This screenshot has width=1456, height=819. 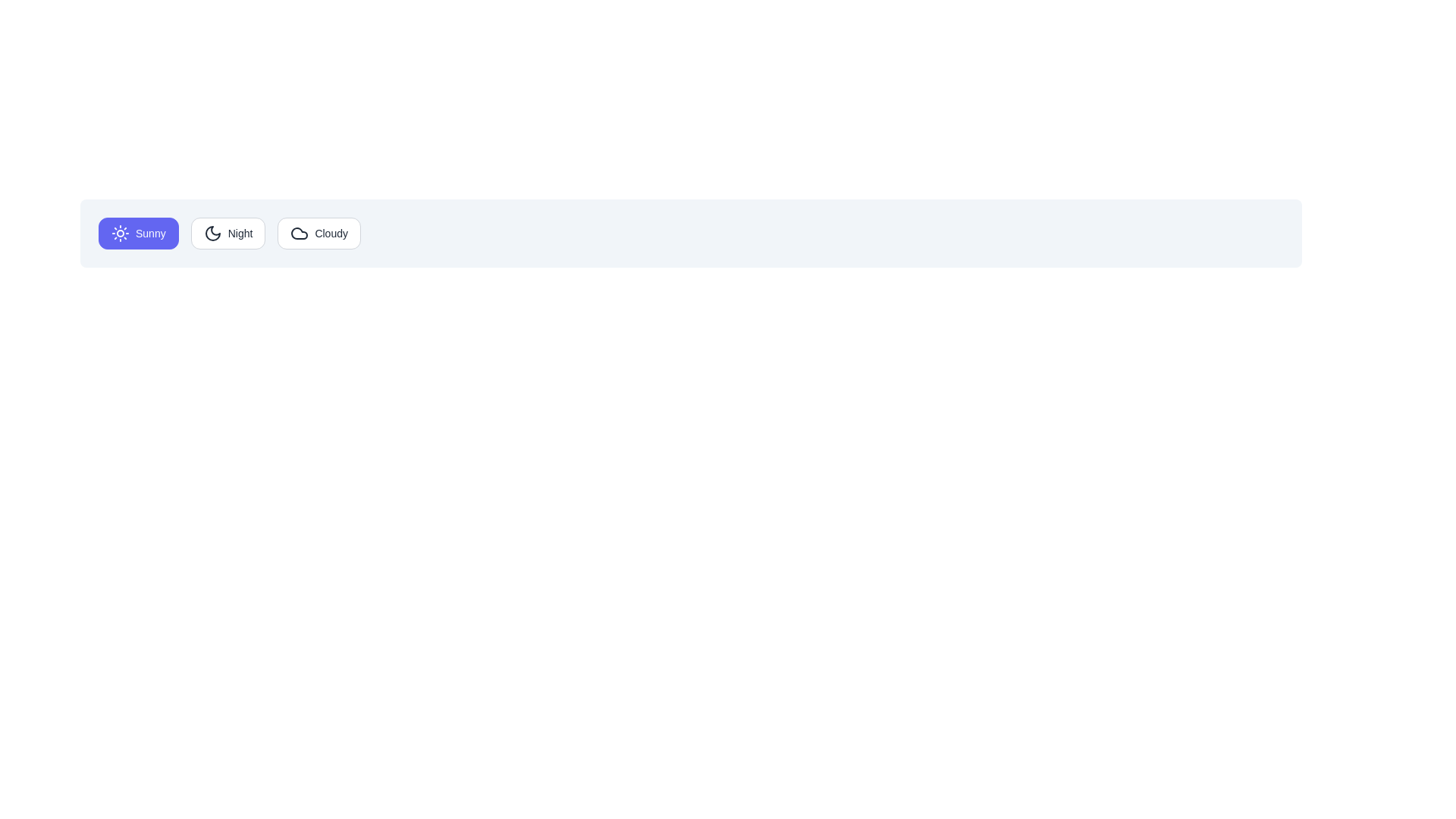 I want to click on the theme by clicking on the button labeled Sunny, so click(x=138, y=234).